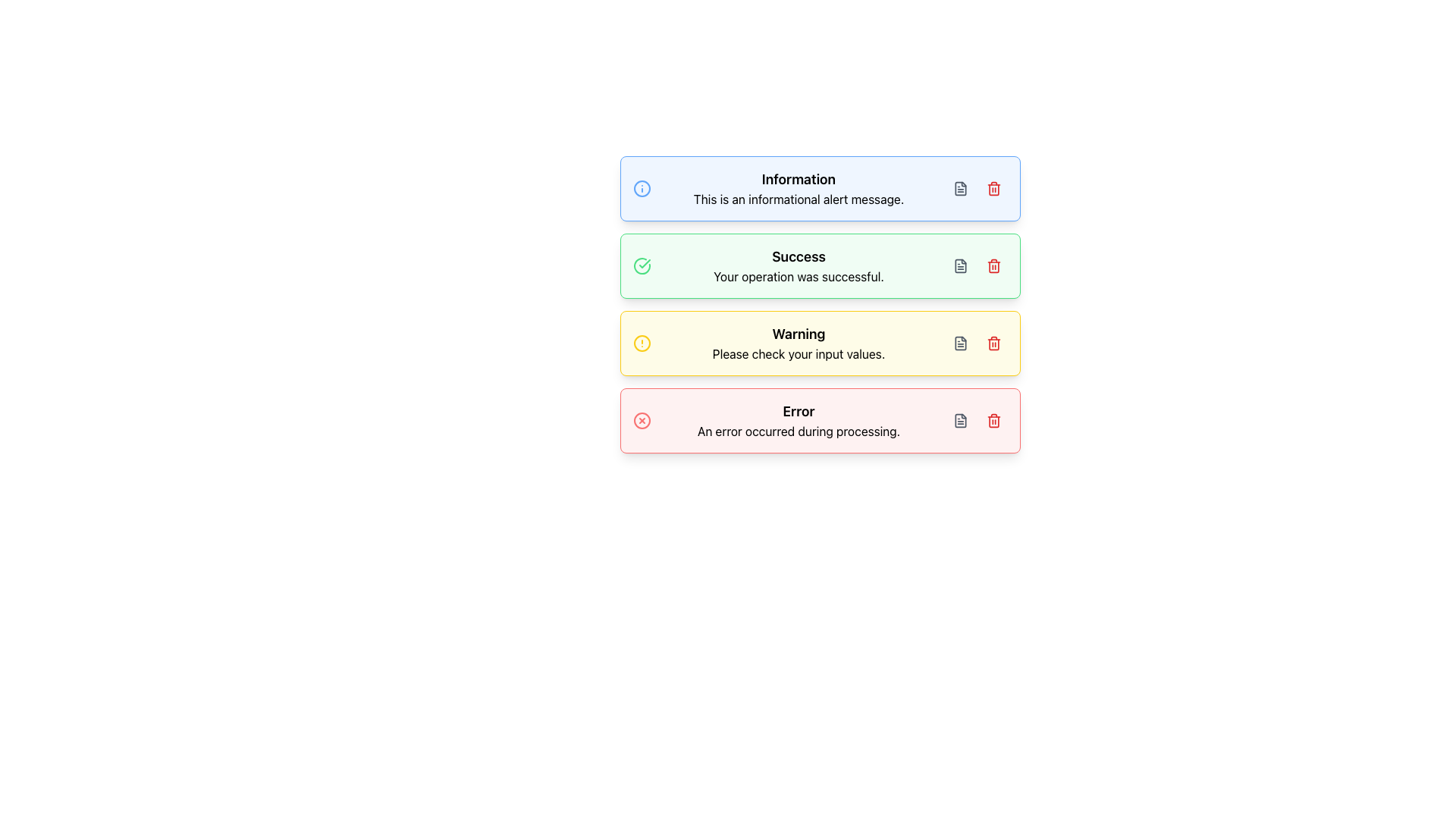  What do you see at coordinates (993, 188) in the screenshot?
I see `the delete button located in the top-right corner of the blue alert box labeled 'Information'` at bounding box center [993, 188].